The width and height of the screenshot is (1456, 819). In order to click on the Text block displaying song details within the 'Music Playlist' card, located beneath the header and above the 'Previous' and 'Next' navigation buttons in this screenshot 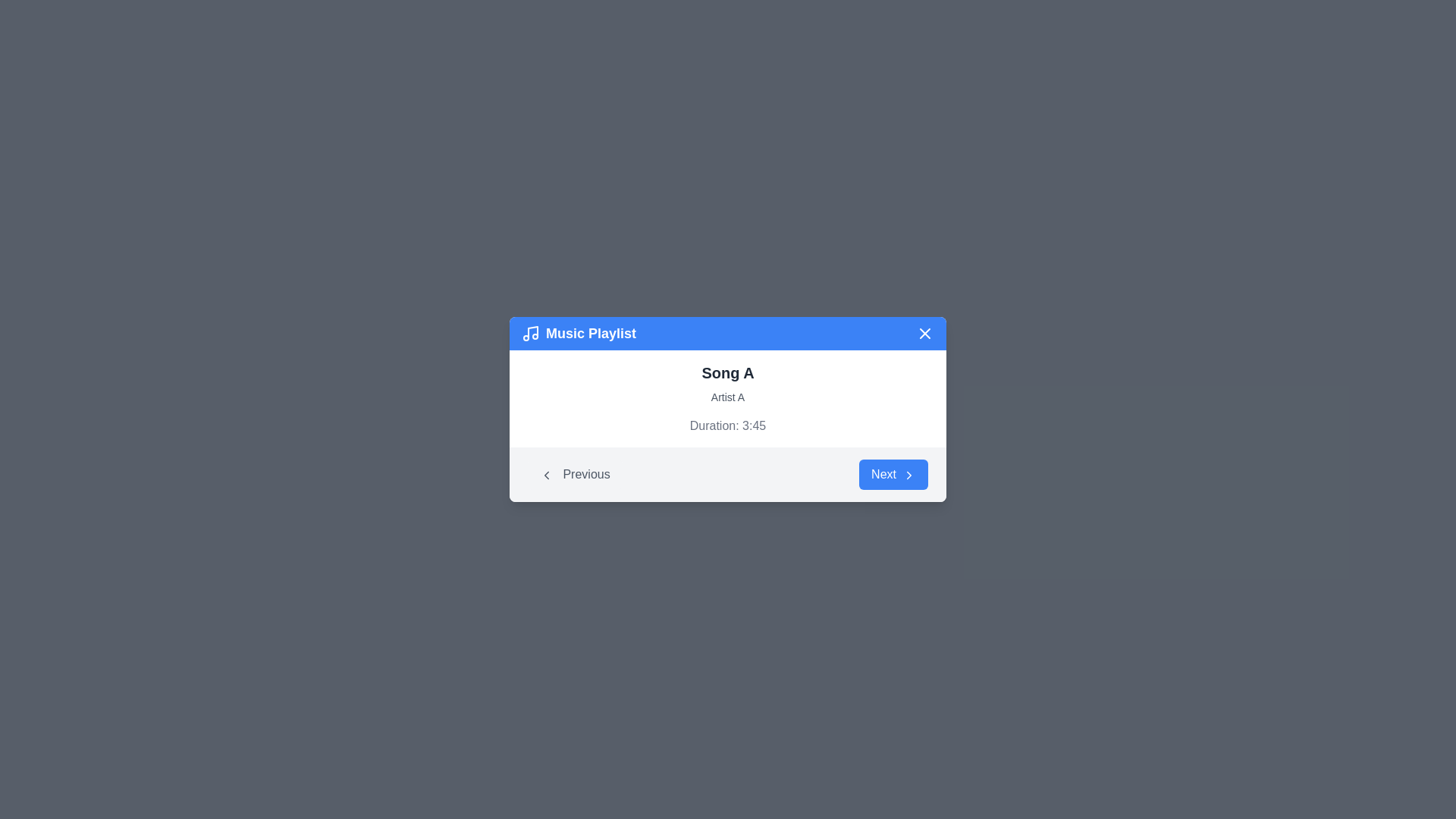, I will do `click(728, 397)`.